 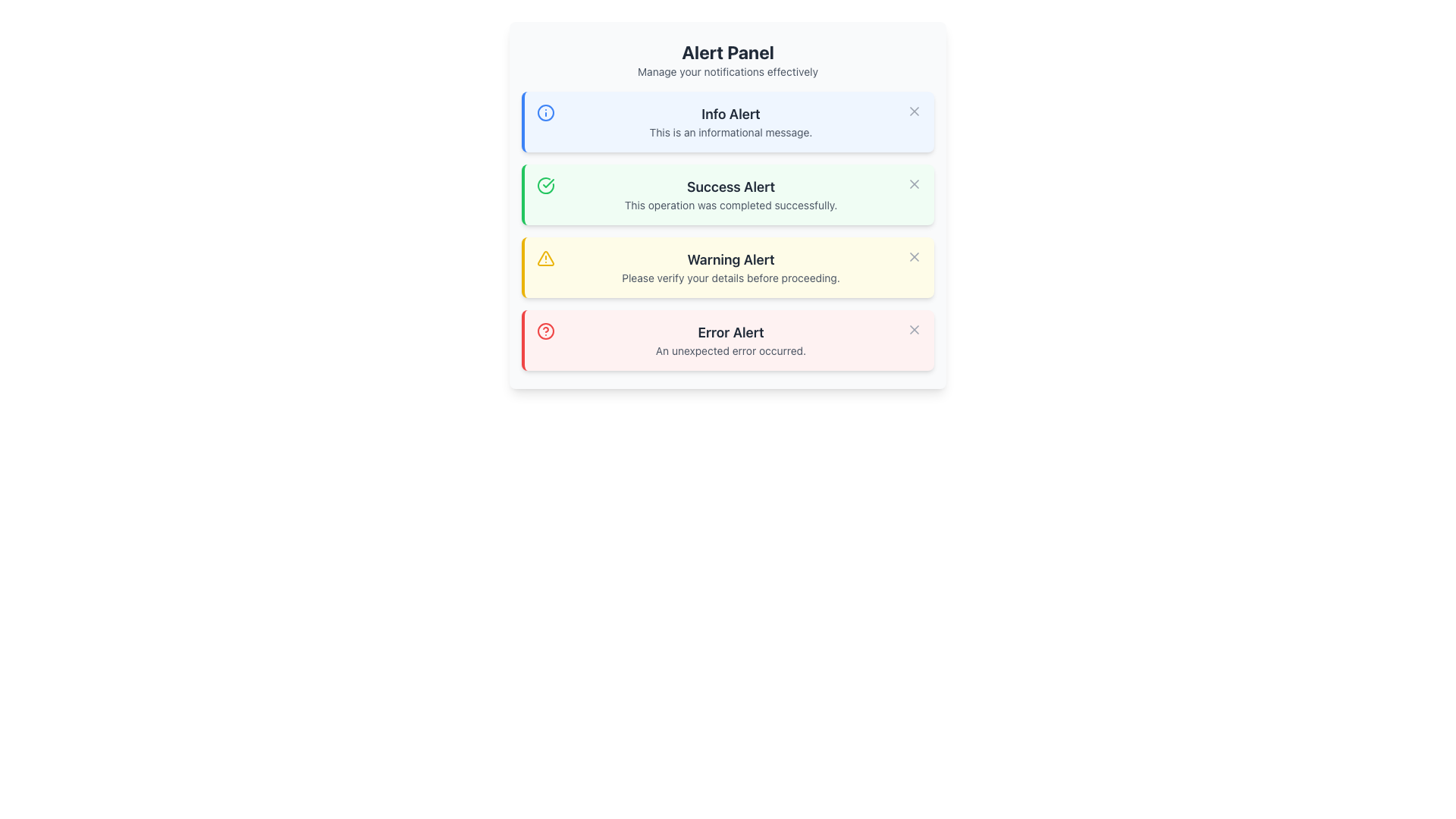 What do you see at coordinates (913, 184) in the screenshot?
I see `the close icon (small 'X') located at the top-right corner of the green 'Success Alert' box` at bounding box center [913, 184].